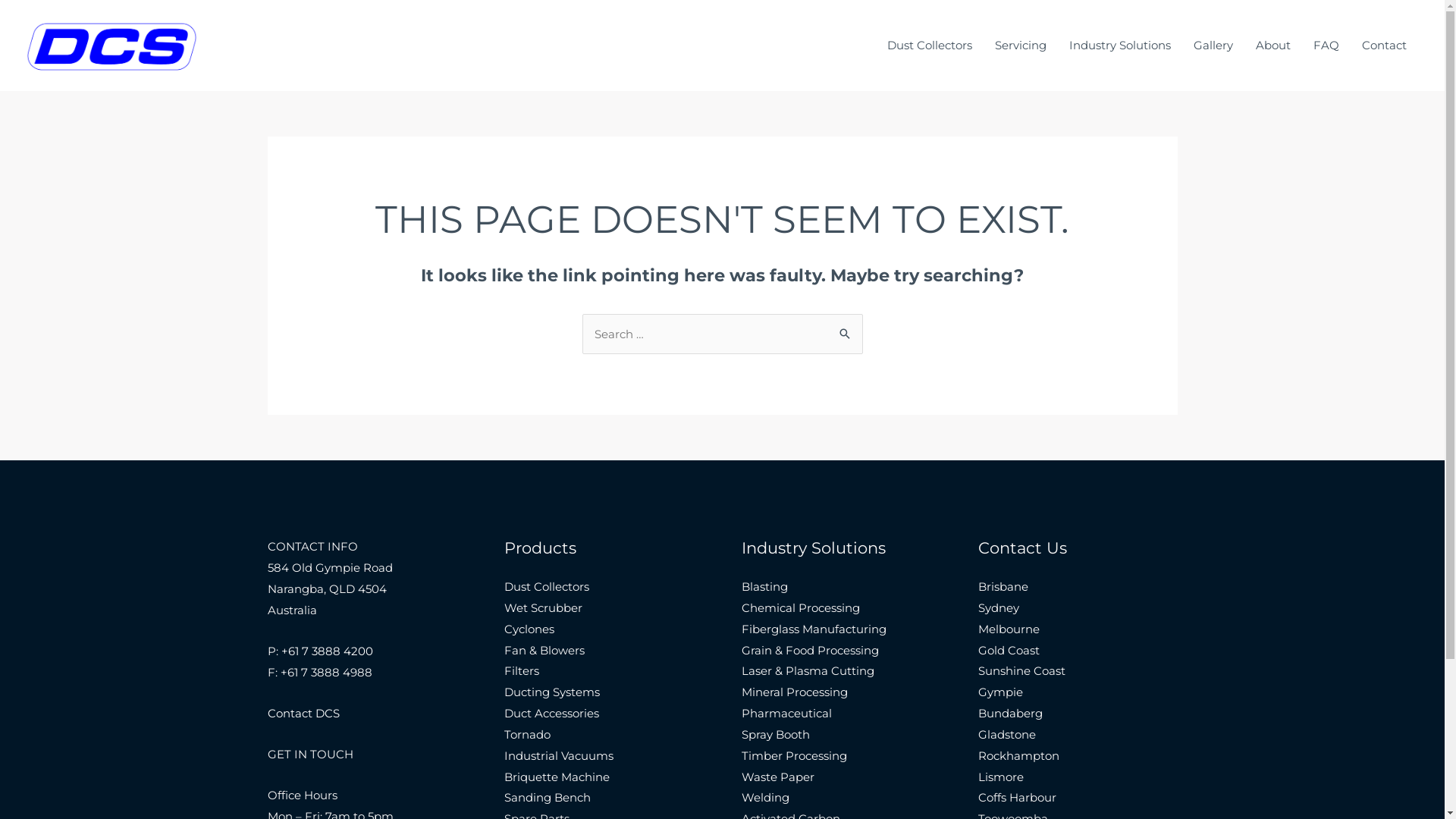 The width and height of the screenshot is (1456, 819). I want to click on 'Briquette Machine', so click(556, 777).